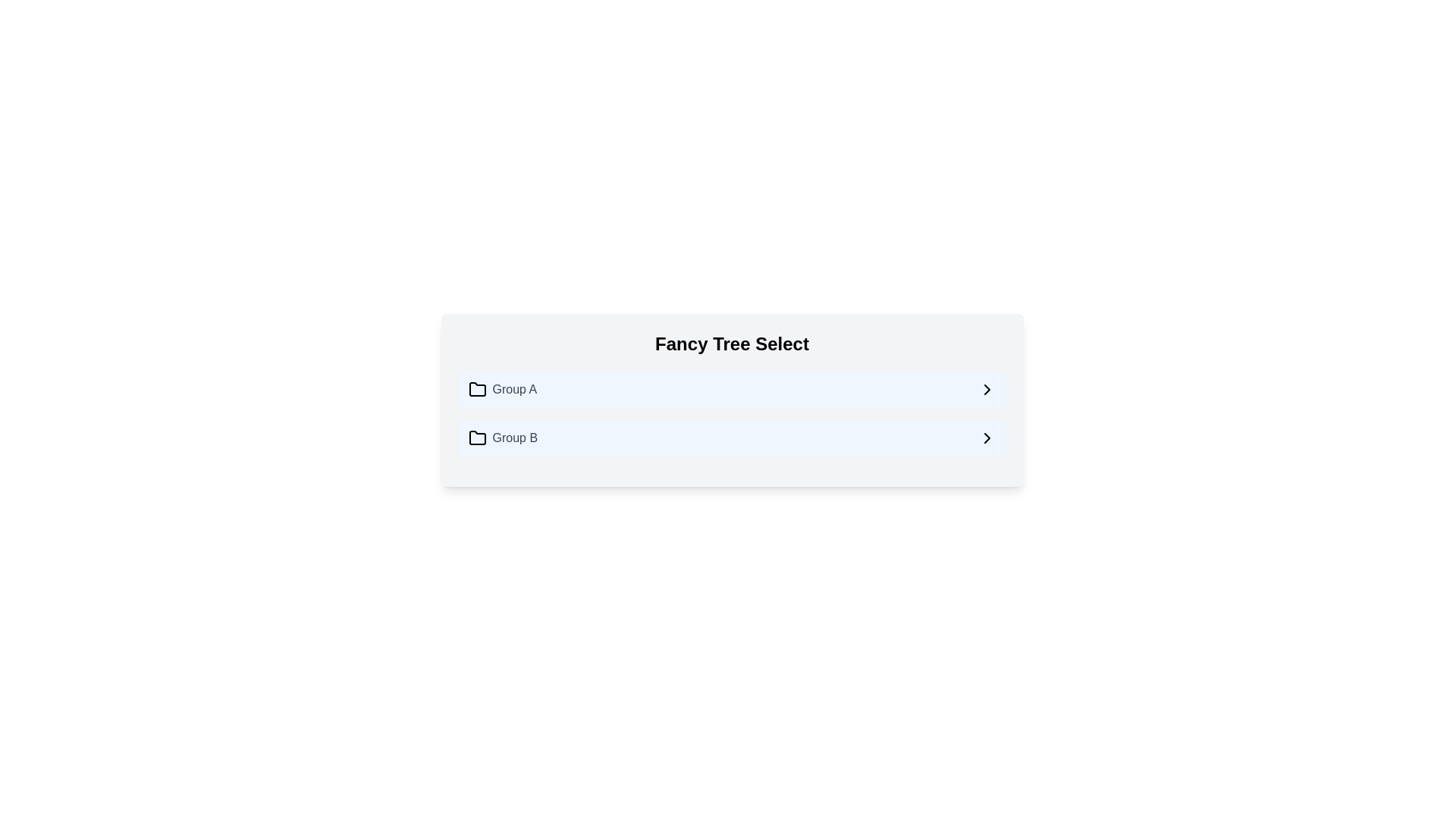 The width and height of the screenshot is (1456, 819). I want to click on the right-chevron icon, so click(987, 388).